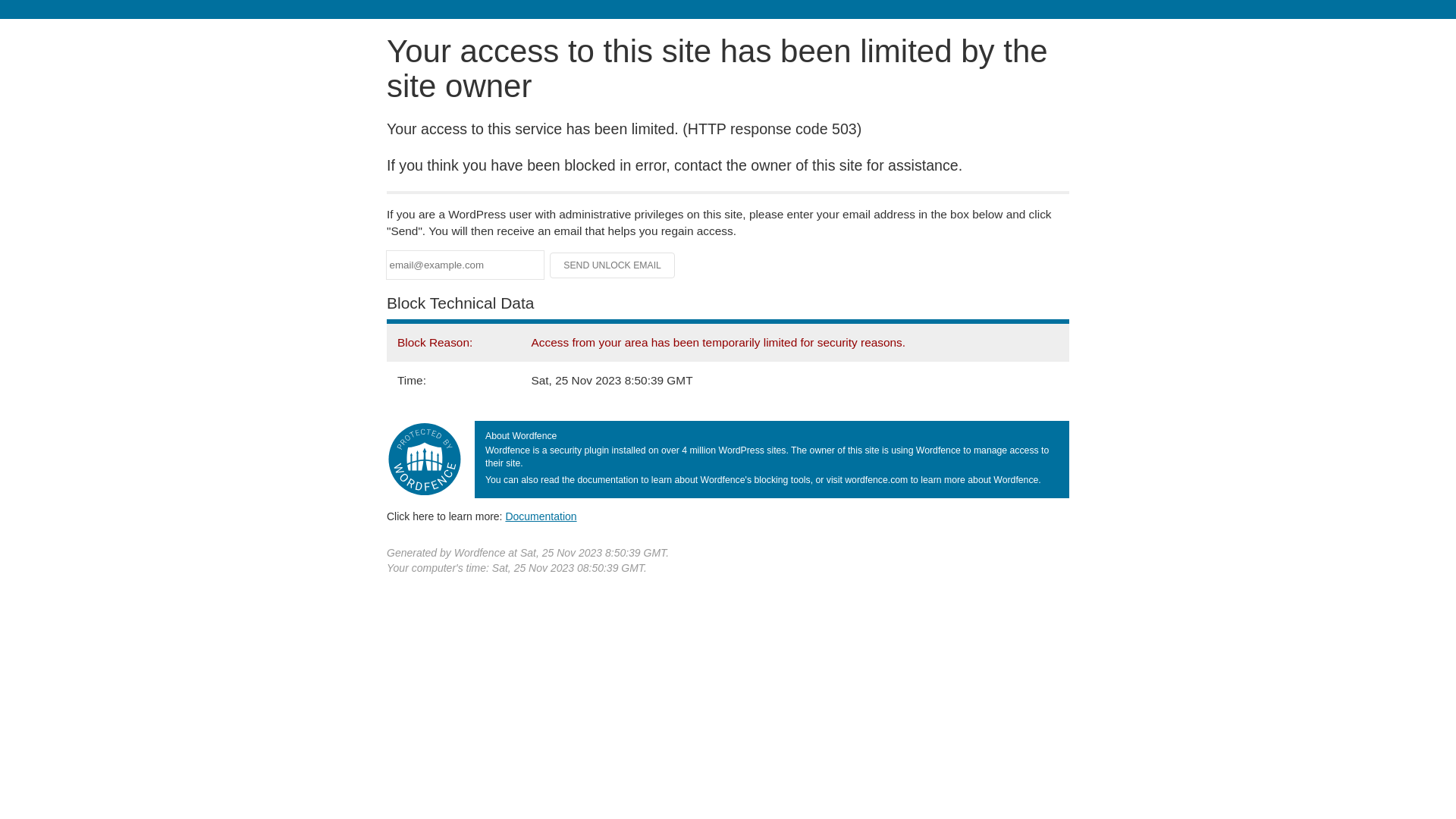 Image resolution: width=1456 pixels, height=819 pixels. Describe the element at coordinates (612, 265) in the screenshot. I see `'Send Unlock Email'` at that location.